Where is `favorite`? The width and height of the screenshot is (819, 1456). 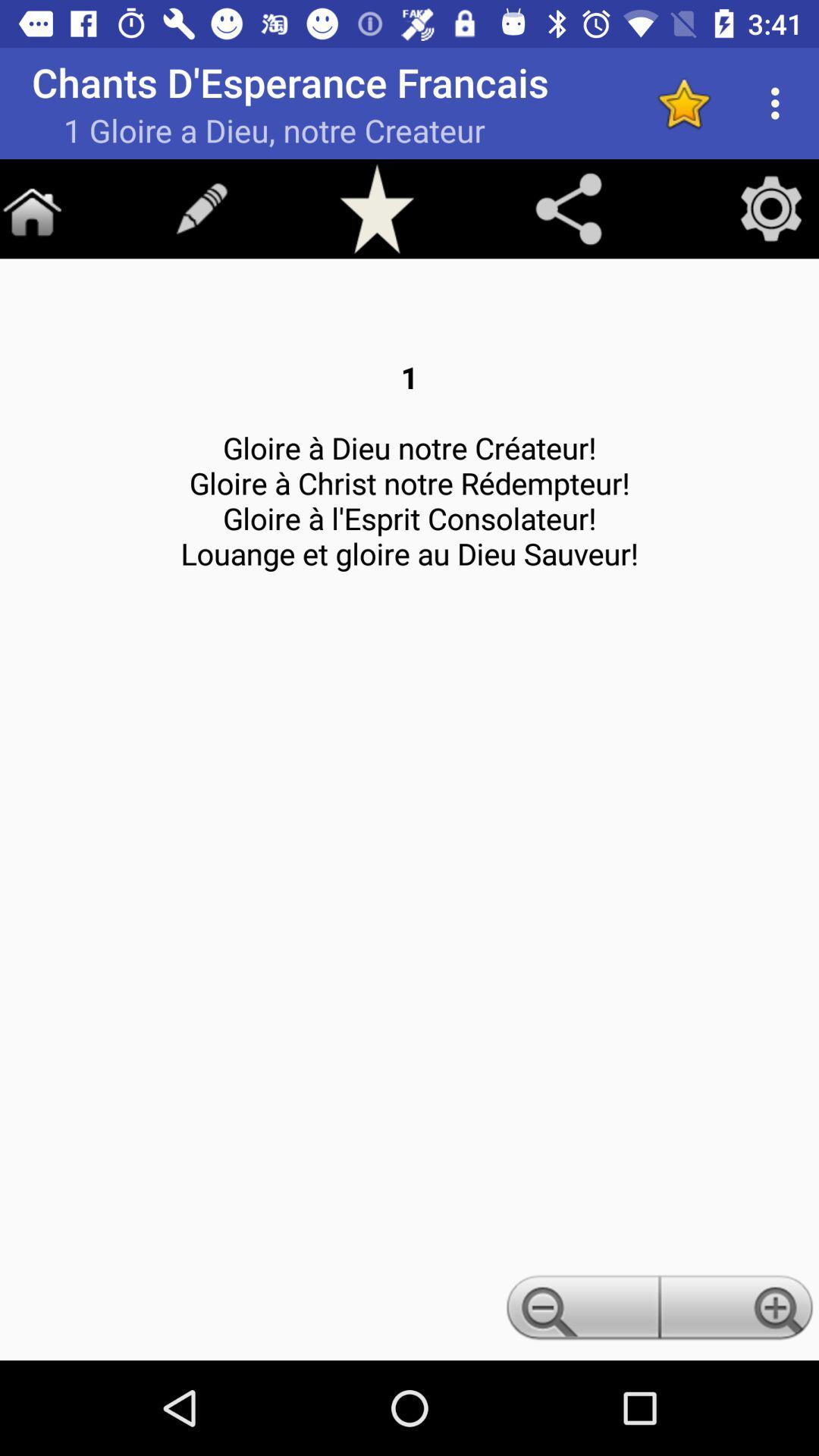
favorite is located at coordinates (683, 102).